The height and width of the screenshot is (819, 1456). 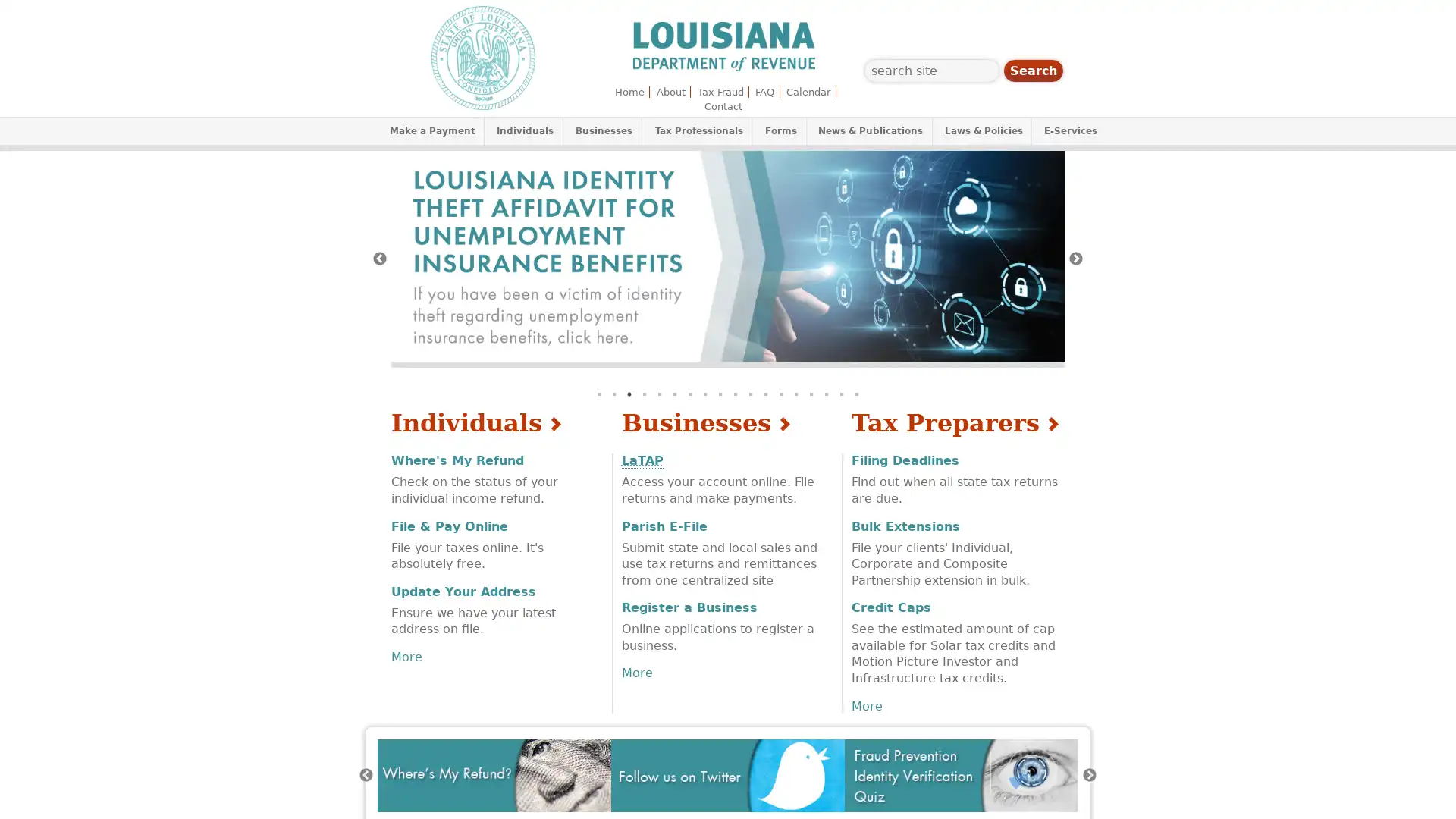 What do you see at coordinates (765, 394) in the screenshot?
I see `12` at bounding box center [765, 394].